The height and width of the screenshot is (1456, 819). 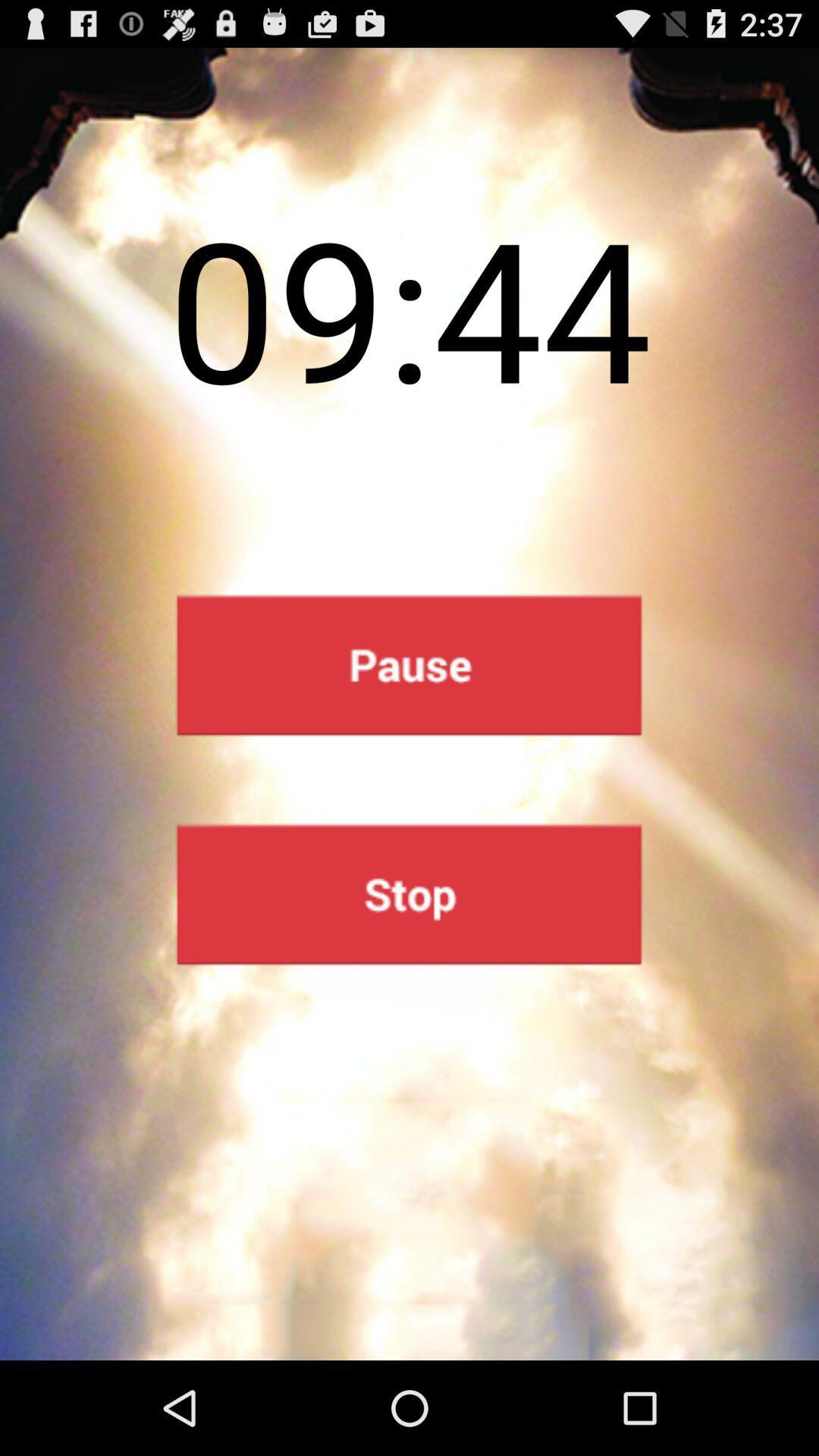 I want to click on pause, so click(x=408, y=665).